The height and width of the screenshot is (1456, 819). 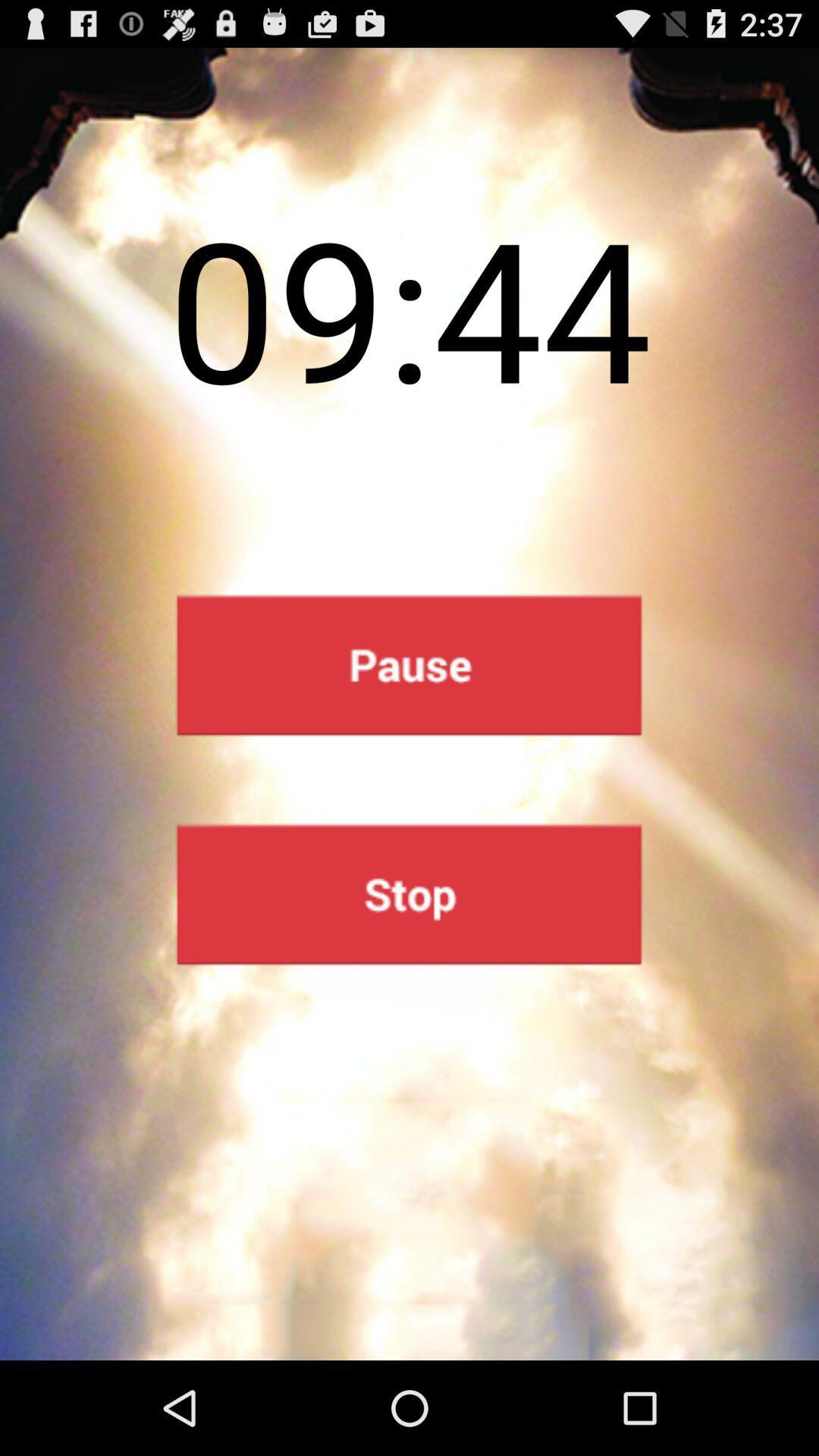 I want to click on pause, so click(x=408, y=665).